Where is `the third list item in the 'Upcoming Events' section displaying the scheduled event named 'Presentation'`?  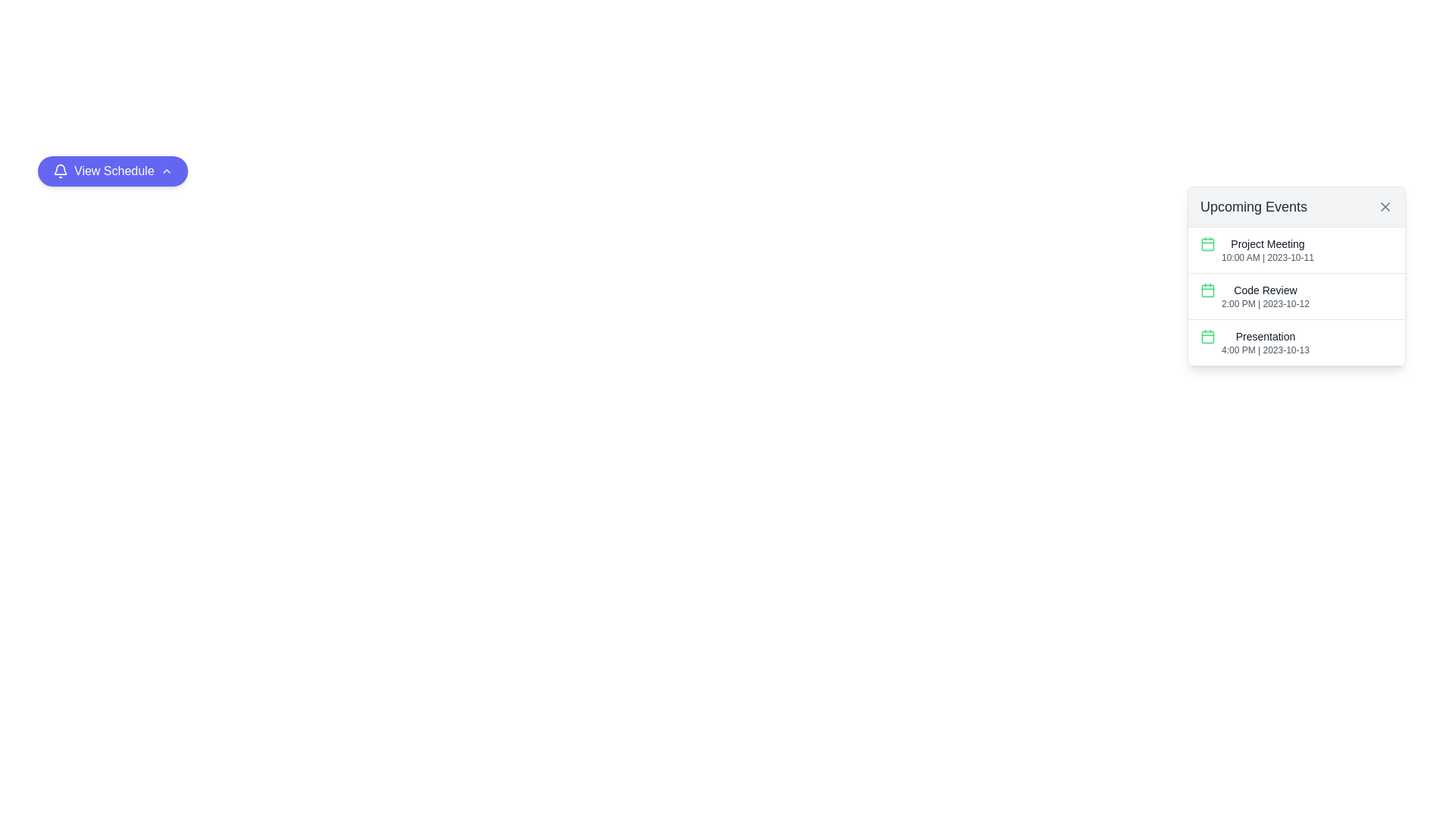 the third list item in the 'Upcoming Events' section displaying the scheduled event named 'Presentation' is located at coordinates (1295, 342).